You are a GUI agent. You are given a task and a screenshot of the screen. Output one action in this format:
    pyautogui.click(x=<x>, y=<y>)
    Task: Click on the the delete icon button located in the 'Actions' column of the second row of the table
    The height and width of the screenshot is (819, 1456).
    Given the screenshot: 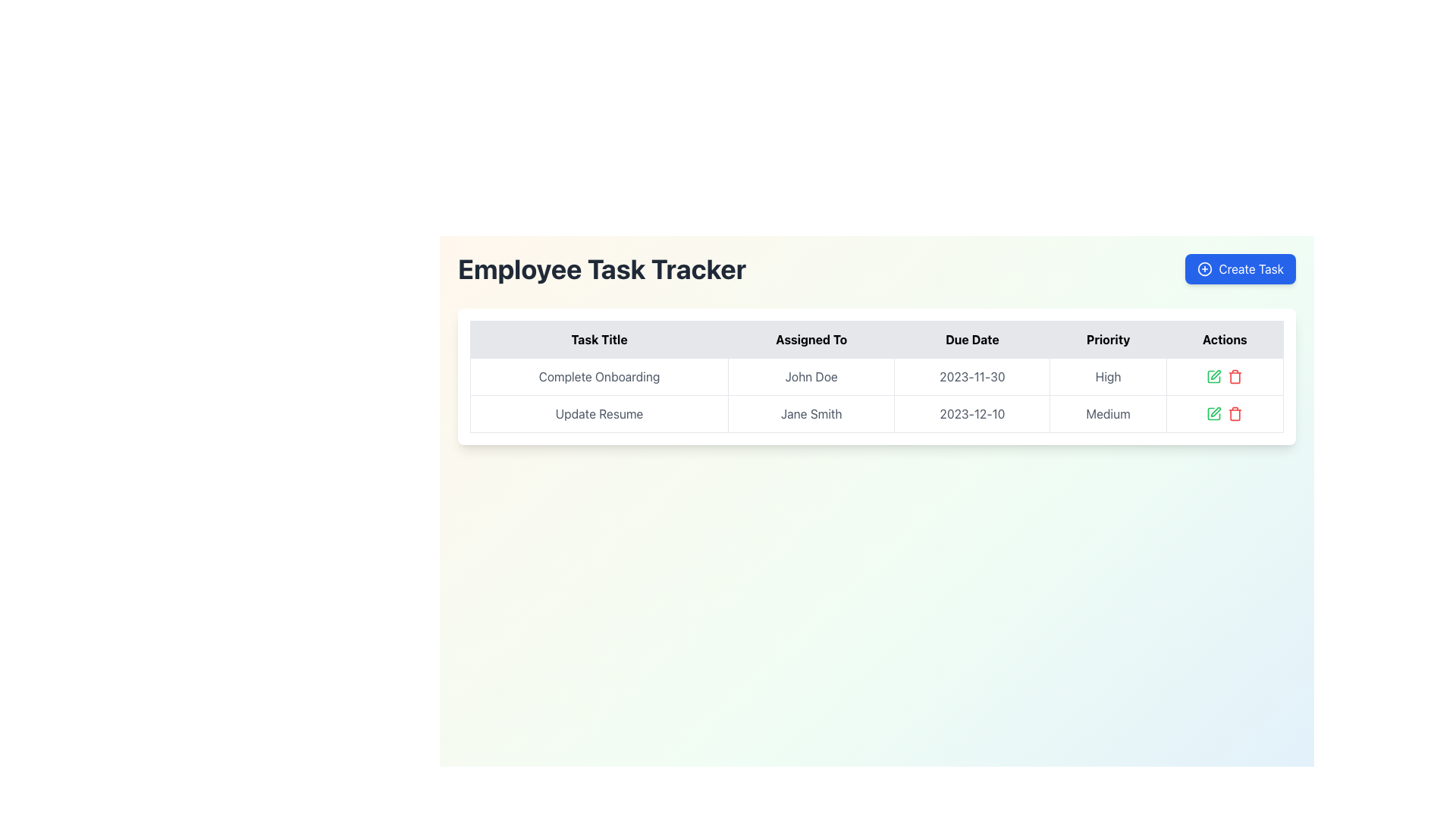 What is the action you would take?
    pyautogui.click(x=1235, y=414)
    